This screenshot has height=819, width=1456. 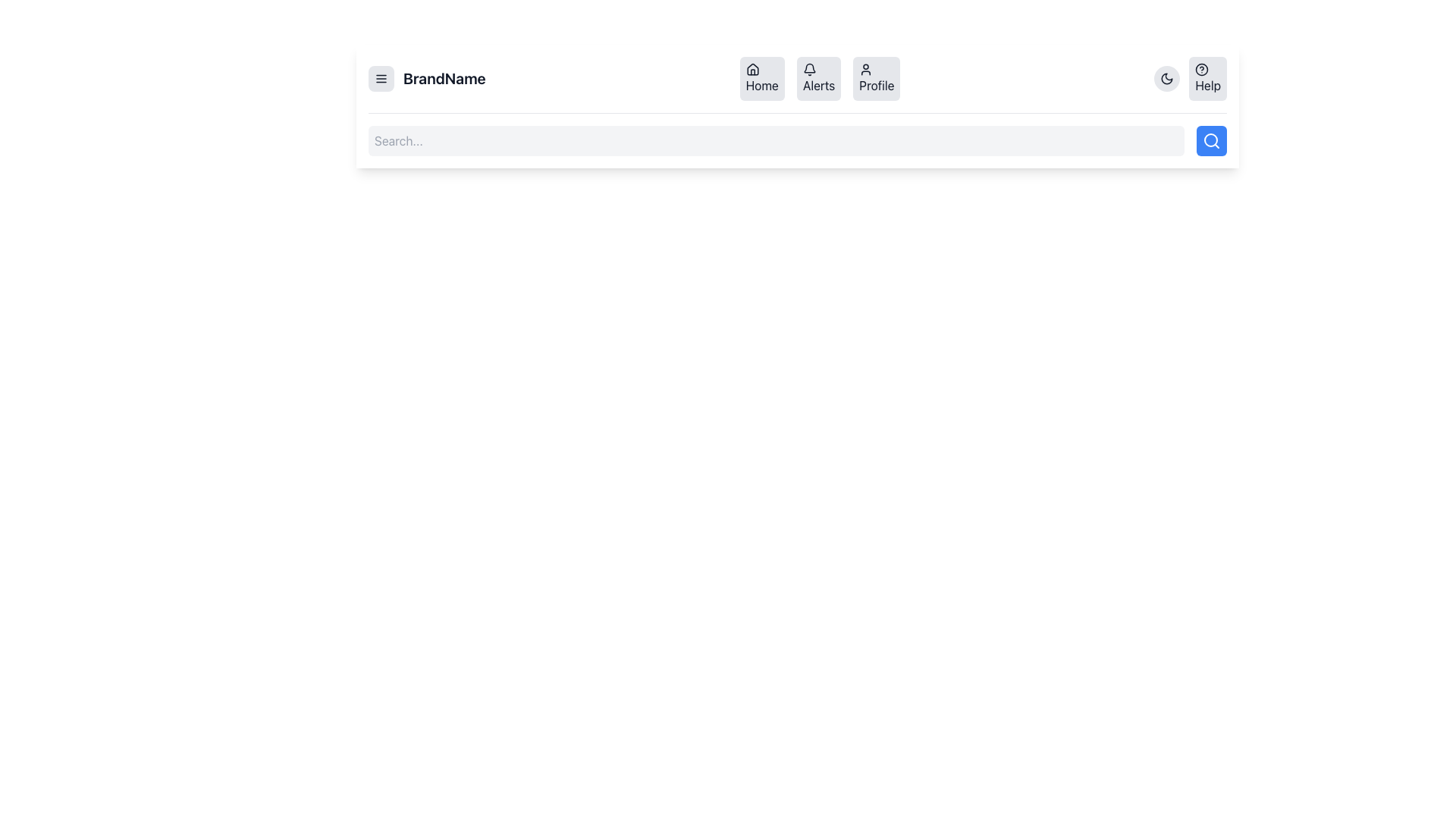 I want to click on the circular component of the magnifying glass search icon located at the far right of the navigation bar, so click(x=1210, y=140).